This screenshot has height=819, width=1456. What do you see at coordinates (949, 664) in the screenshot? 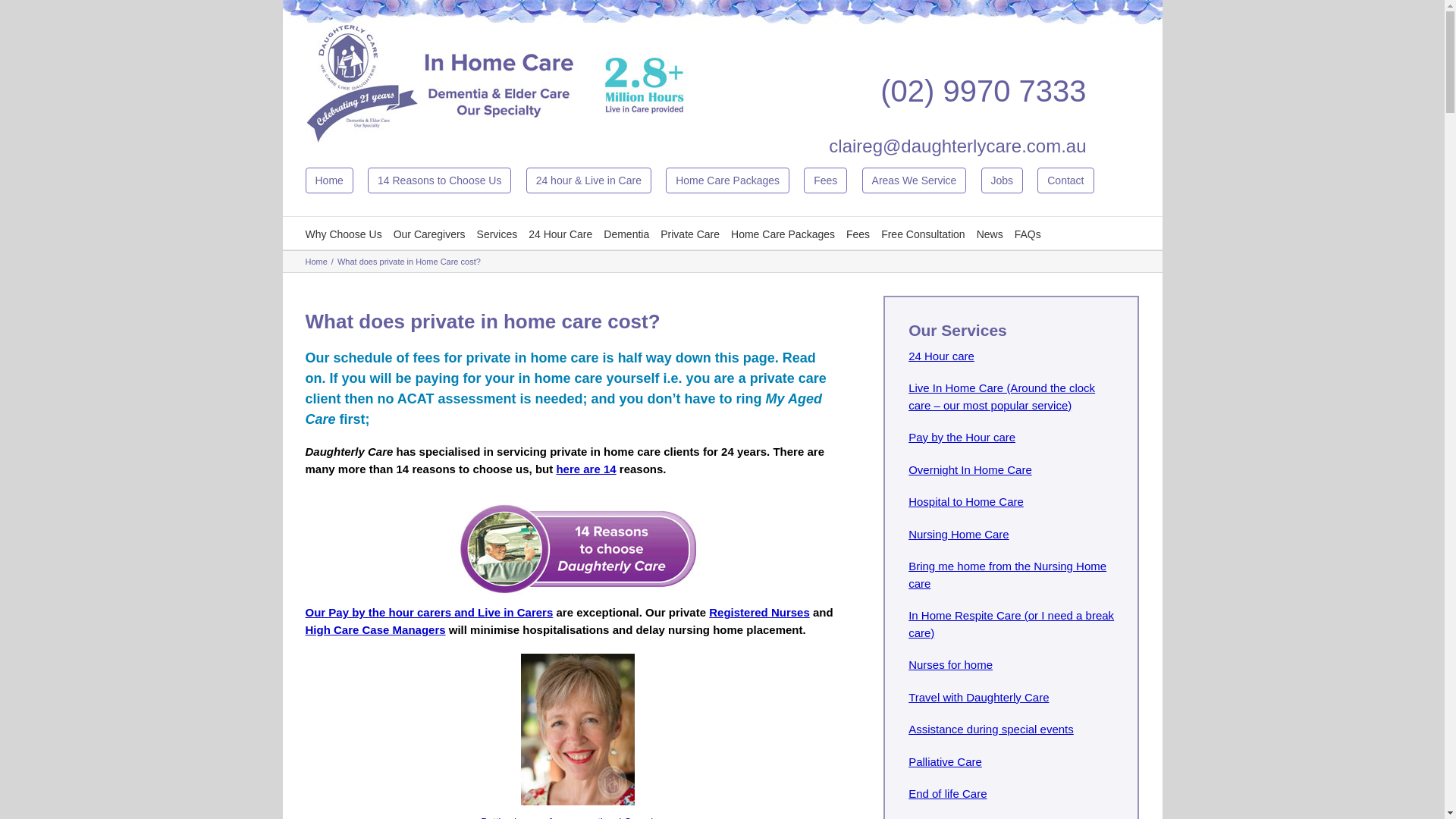
I see `'Nurses for home'` at bounding box center [949, 664].